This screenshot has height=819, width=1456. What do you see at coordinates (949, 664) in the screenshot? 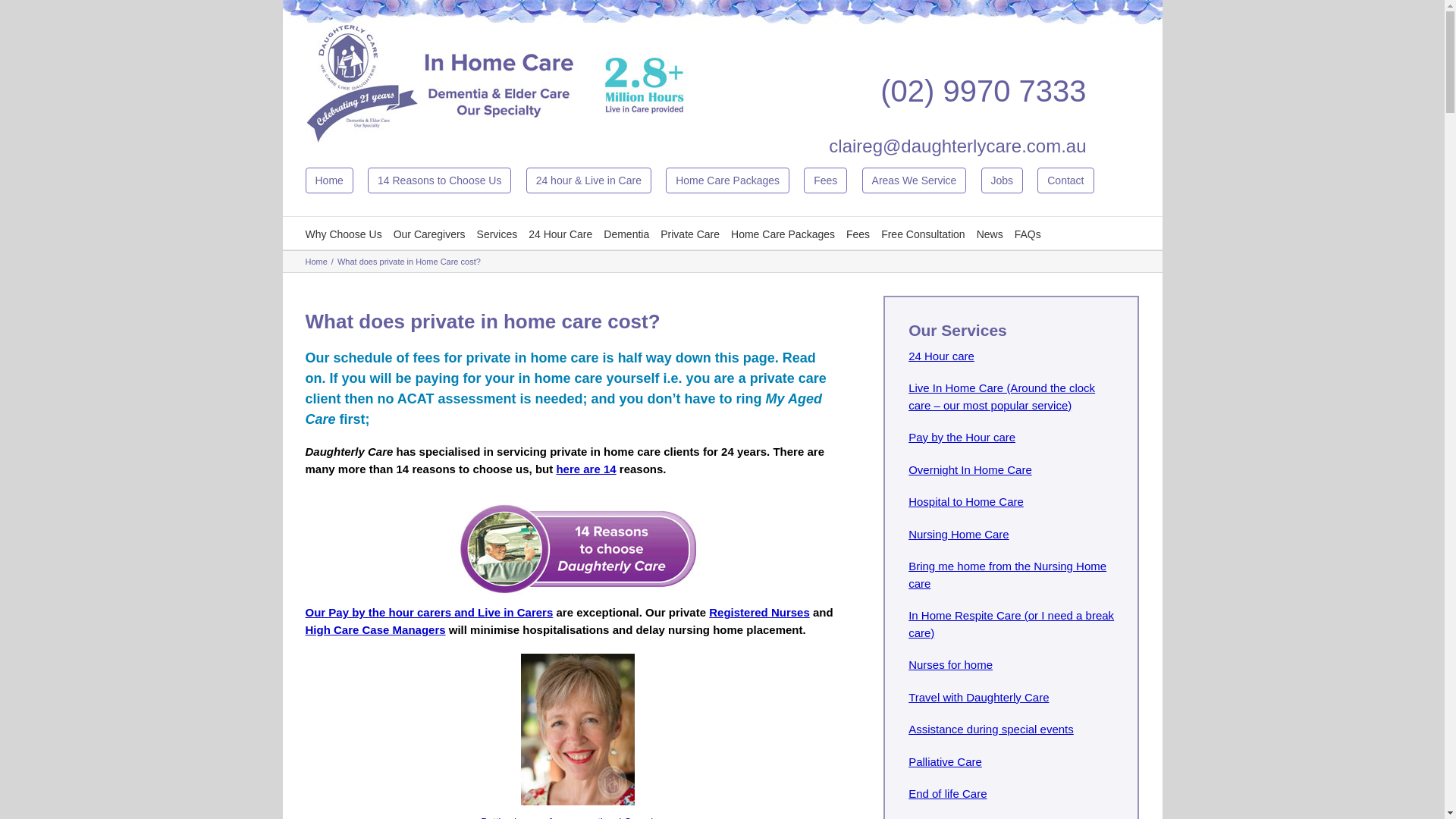
I see `'Nurses for home'` at bounding box center [949, 664].